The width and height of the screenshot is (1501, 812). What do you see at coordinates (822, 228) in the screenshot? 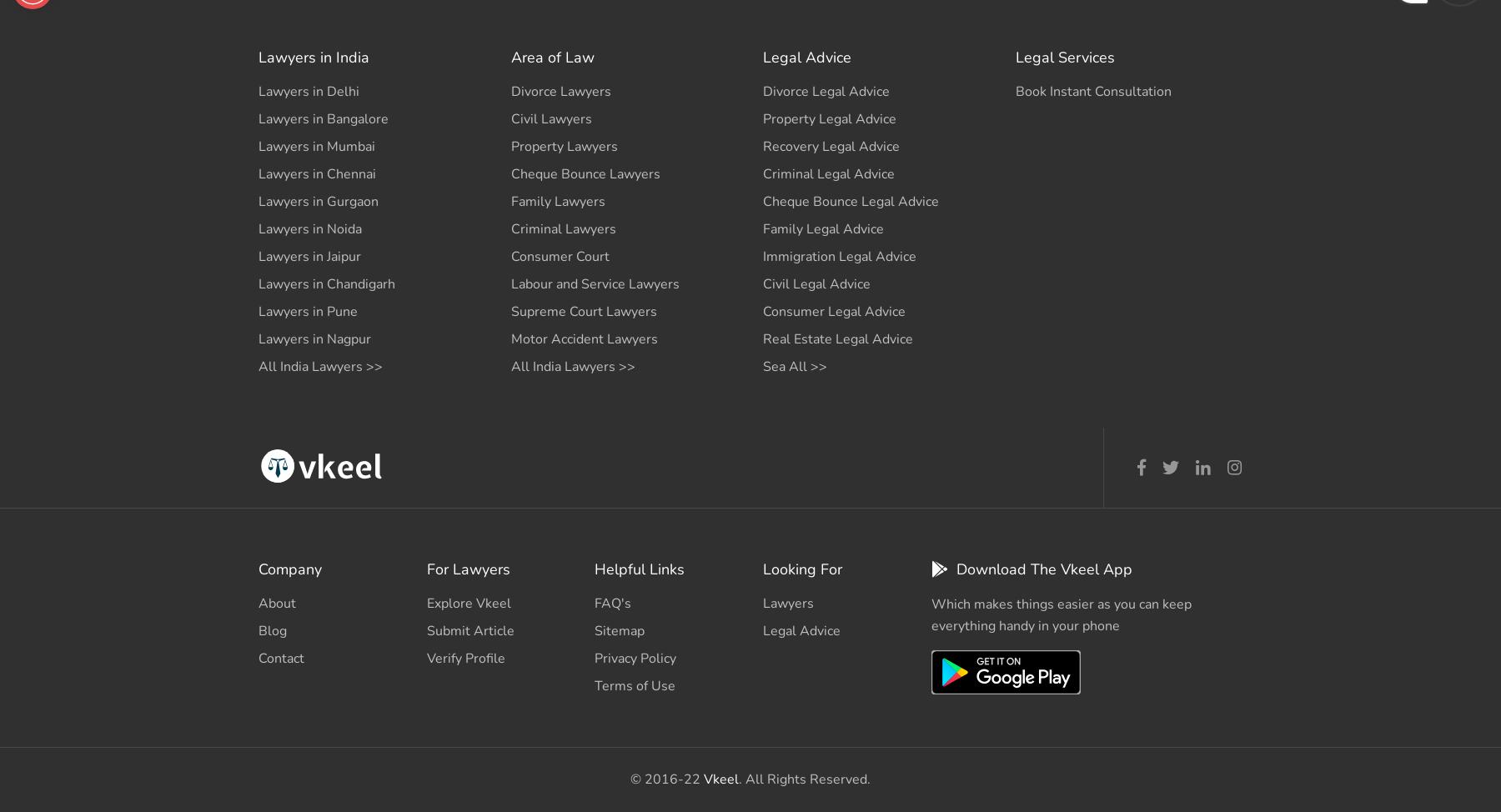
I see `'Family Legal Advice'` at bounding box center [822, 228].